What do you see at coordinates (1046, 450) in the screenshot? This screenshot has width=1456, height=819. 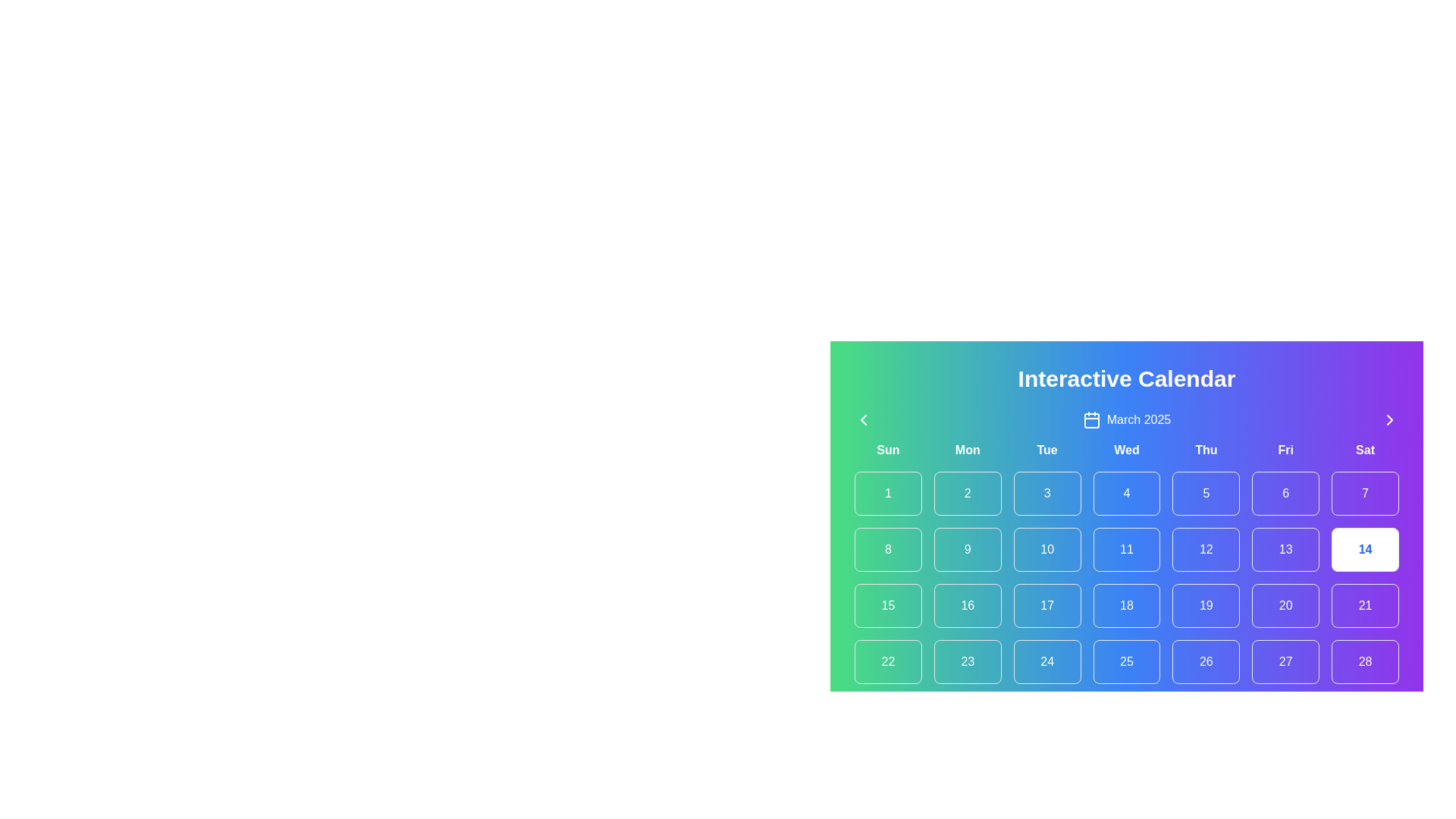 I see `the text label displaying 'Tue', which is the third item in a row of day abbreviations on the calendar UI` at bounding box center [1046, 450].